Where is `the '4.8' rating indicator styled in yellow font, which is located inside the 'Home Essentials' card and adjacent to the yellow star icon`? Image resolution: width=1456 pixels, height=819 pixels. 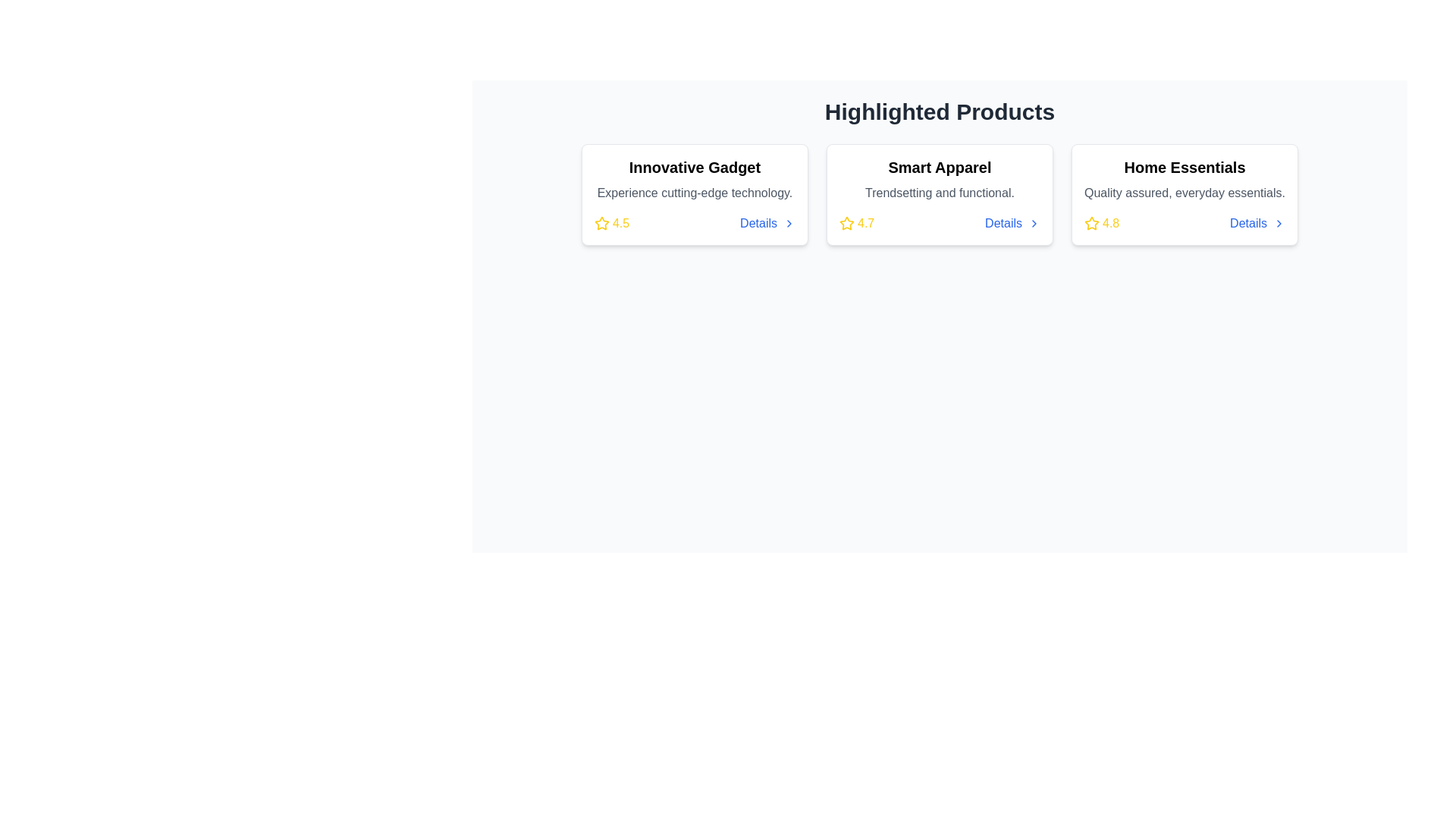 the '4.8' rating indicator styled in yellow font, which is located inside the 'Home Essentials' card and adjacent to the yellow star icon is located at coordinates (1102, 223).